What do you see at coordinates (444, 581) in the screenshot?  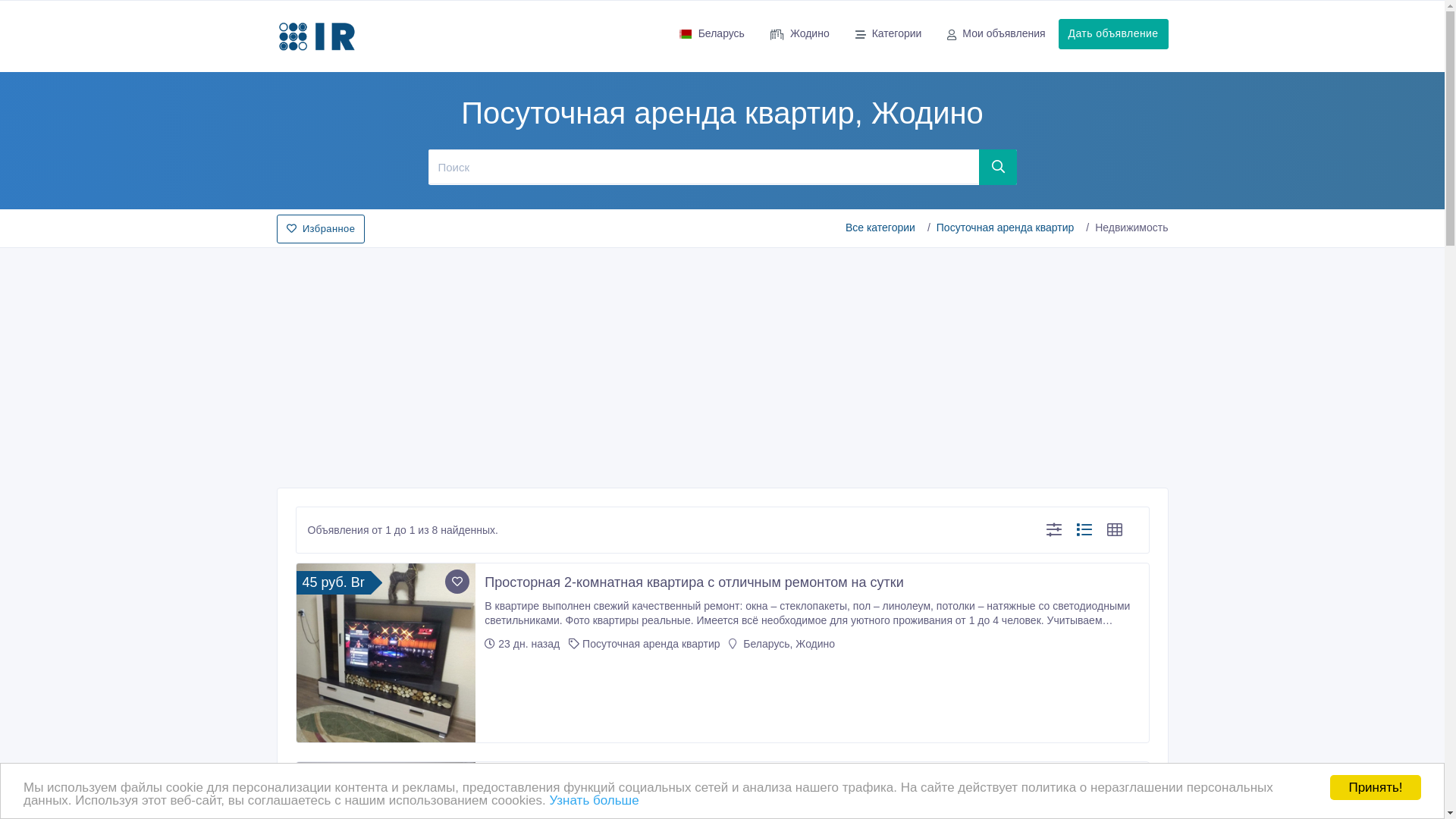 I see `'Add to favorite'` at bounding box center [444, 581].